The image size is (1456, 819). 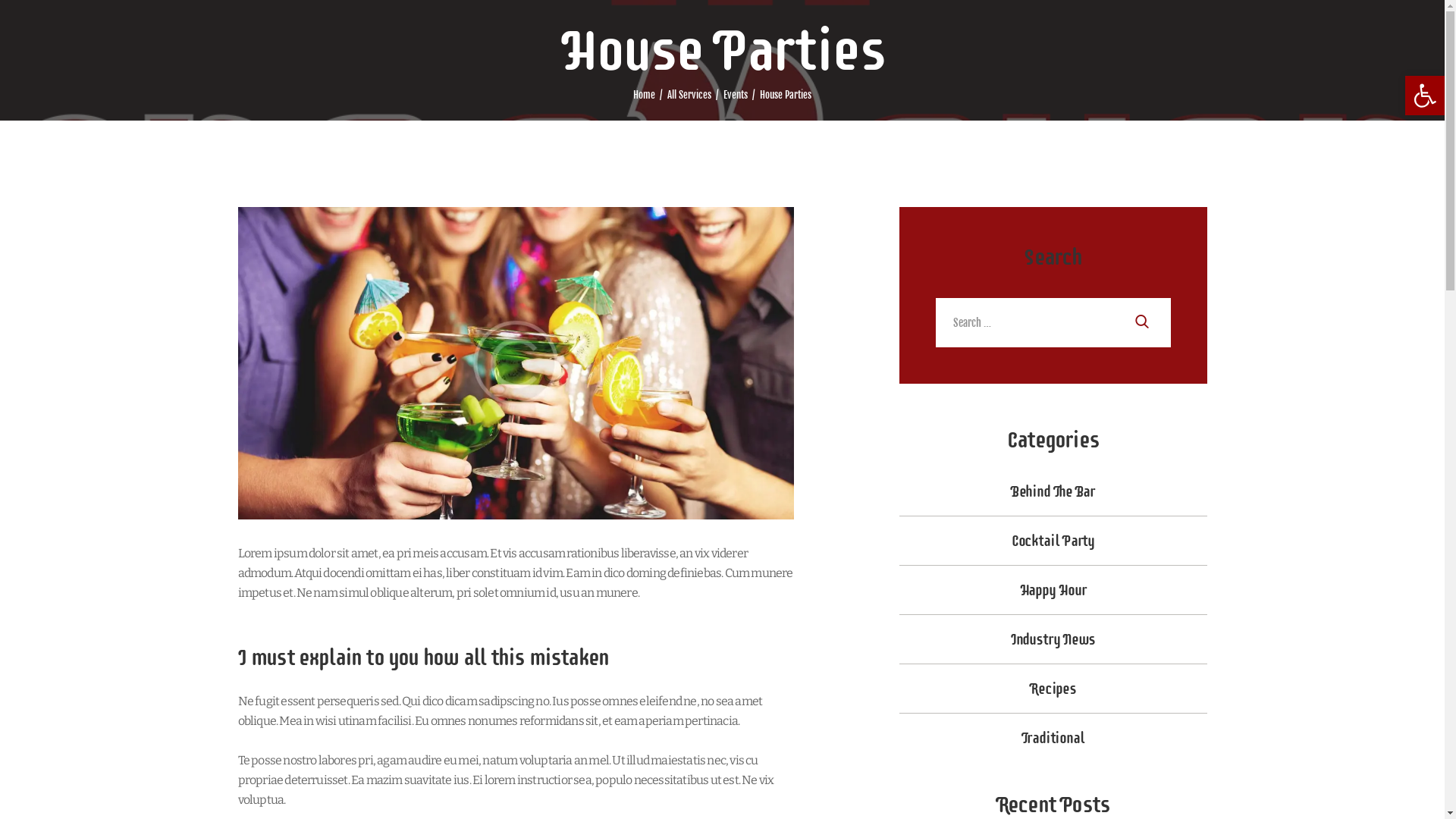 I want to click on 'Recipes', so click(x=1052, y=688).